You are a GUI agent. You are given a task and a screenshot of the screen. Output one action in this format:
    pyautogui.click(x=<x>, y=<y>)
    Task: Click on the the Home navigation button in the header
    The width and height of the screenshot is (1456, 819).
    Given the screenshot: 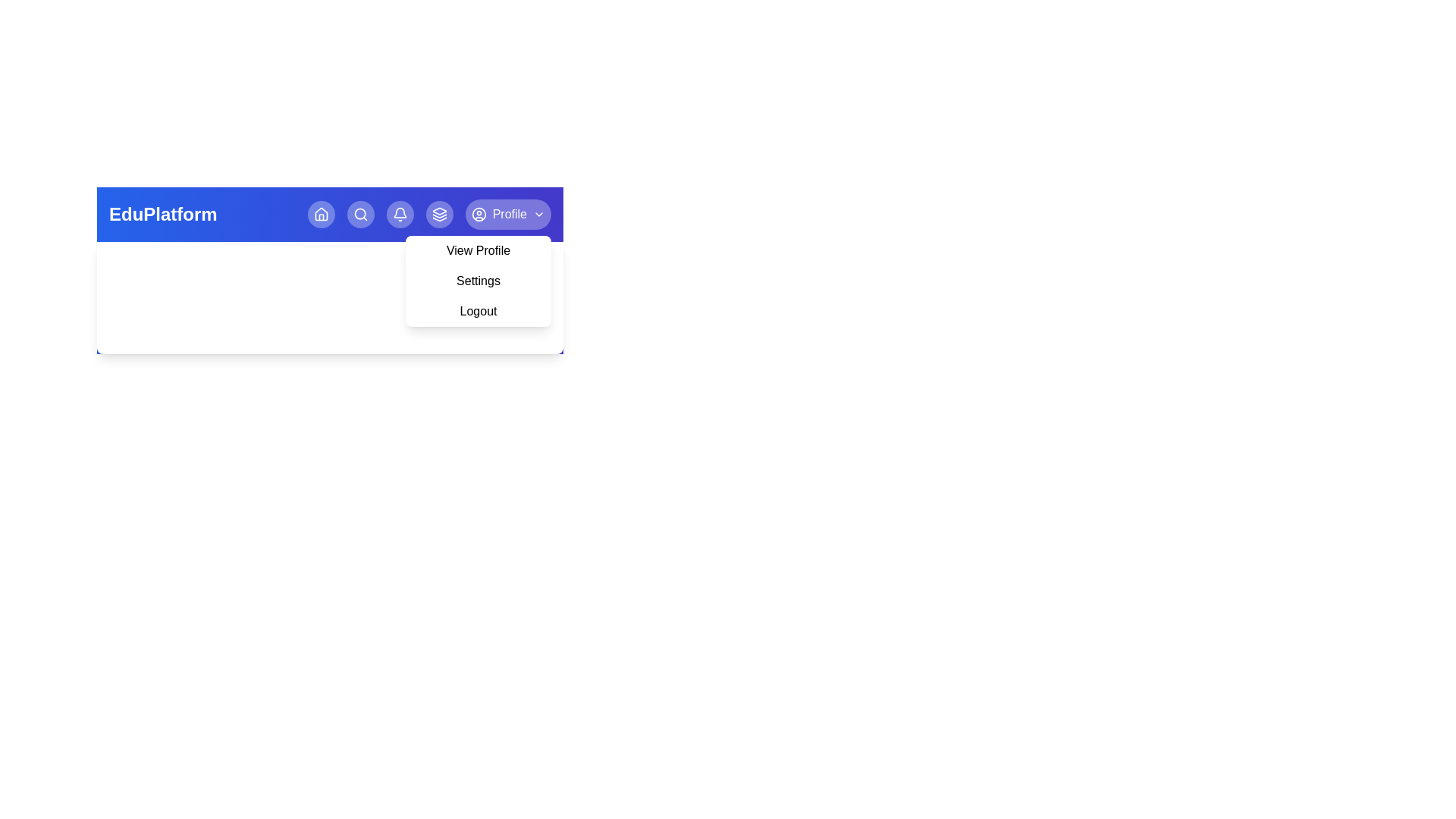 What is the action you would take?
    pyautogui.click(x=320, y=214)
    